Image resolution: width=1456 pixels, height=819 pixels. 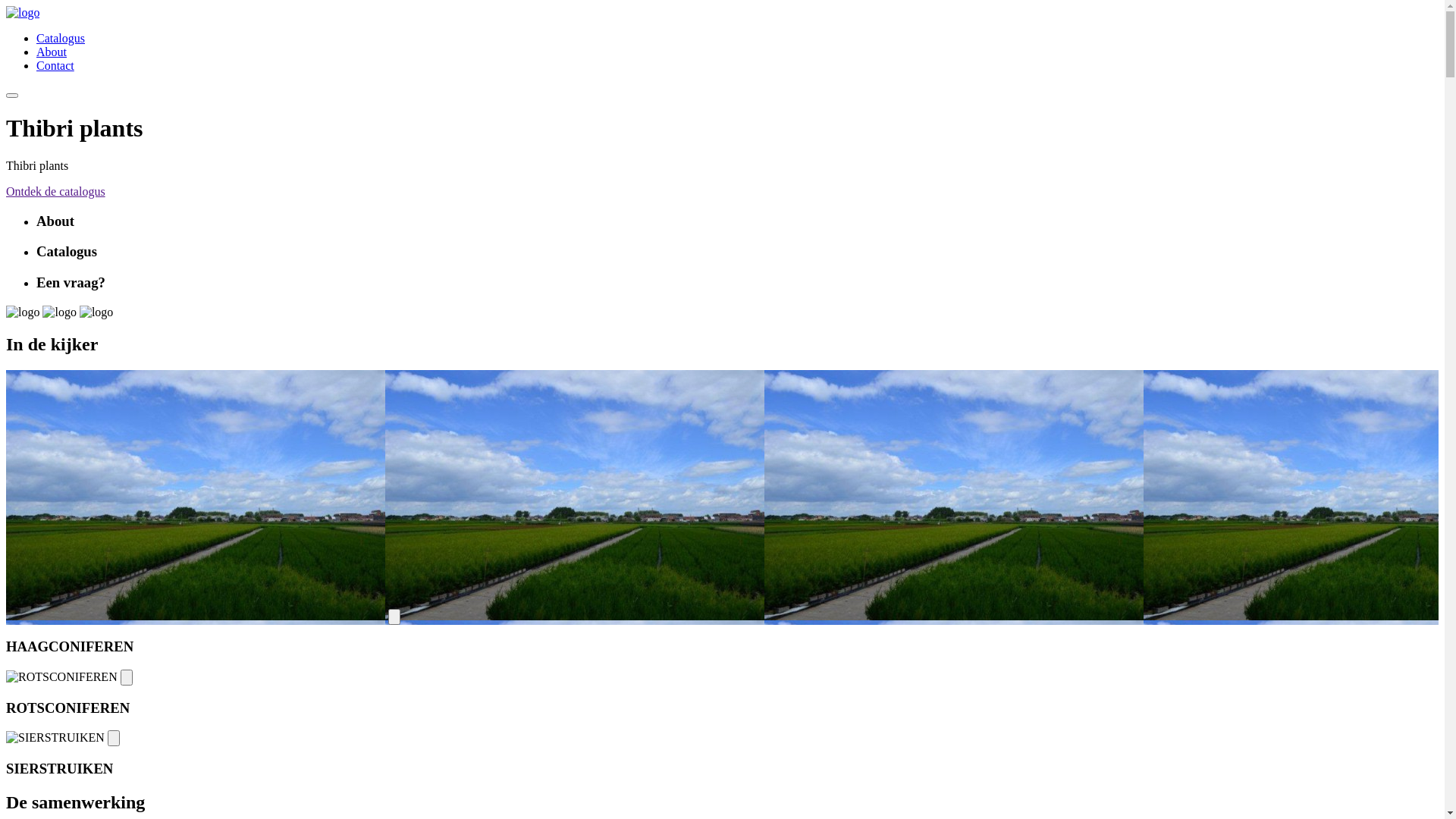 I want to click on 'About', so click(x=51, y=51).